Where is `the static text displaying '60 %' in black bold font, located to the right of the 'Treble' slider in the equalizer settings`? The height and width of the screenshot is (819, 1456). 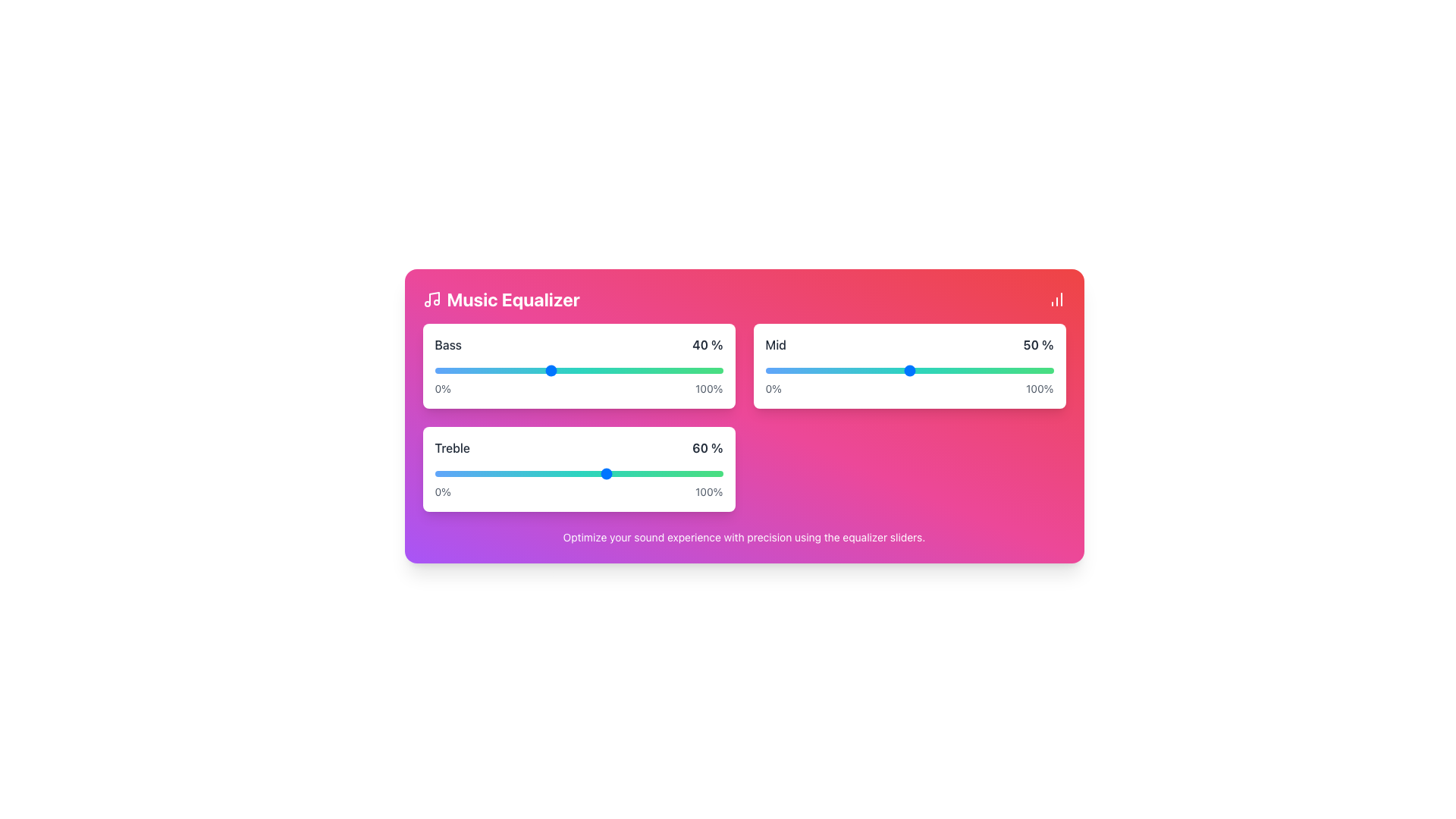 the static text displaying '60 %' in black bold font, located to the right of the 'Treble' slider in the equalizer settings is located at coordinates (707, 447).